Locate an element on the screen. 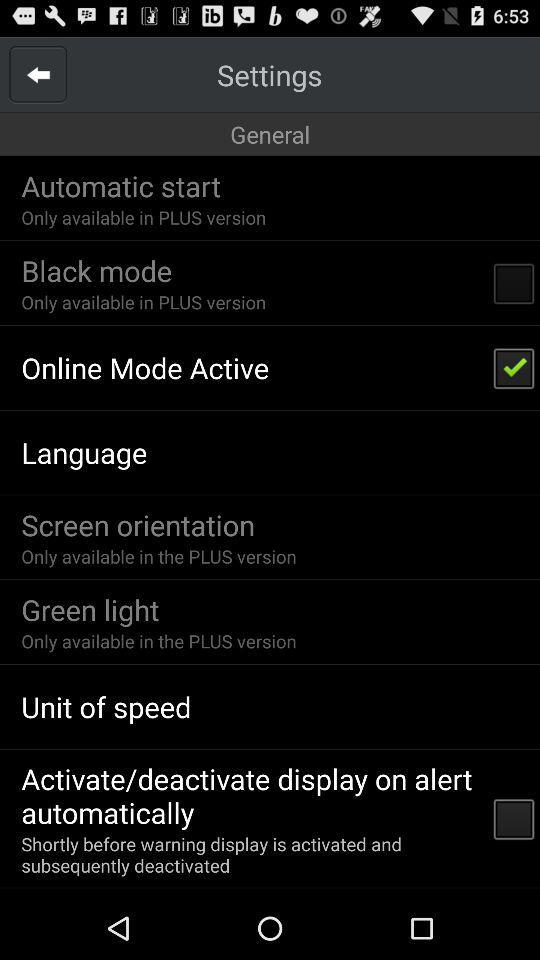 The height and width of the screenshot is (960, 540). go back is located at coordinates (38, 74).